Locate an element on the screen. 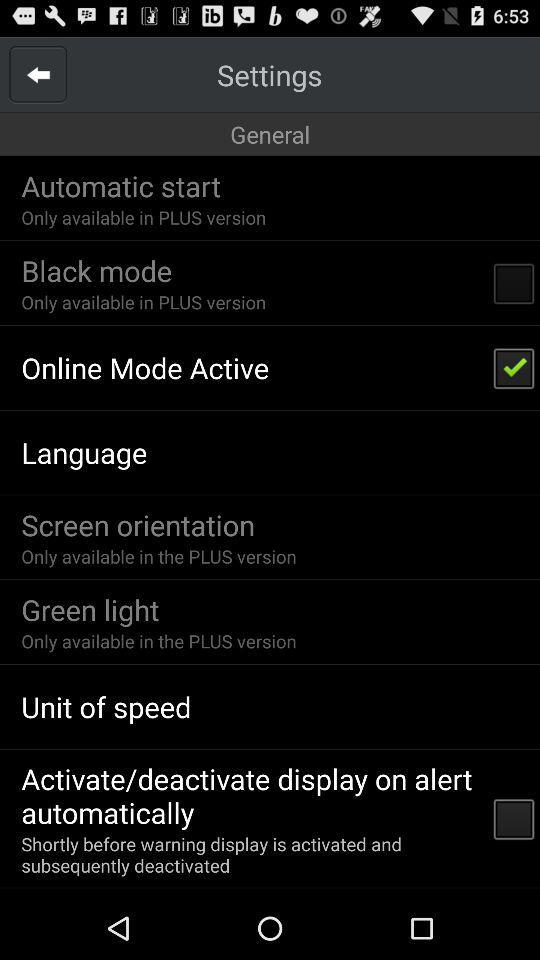 The height and width of the screenshot is (960, 540). go back is located at coordinates (38, 74).